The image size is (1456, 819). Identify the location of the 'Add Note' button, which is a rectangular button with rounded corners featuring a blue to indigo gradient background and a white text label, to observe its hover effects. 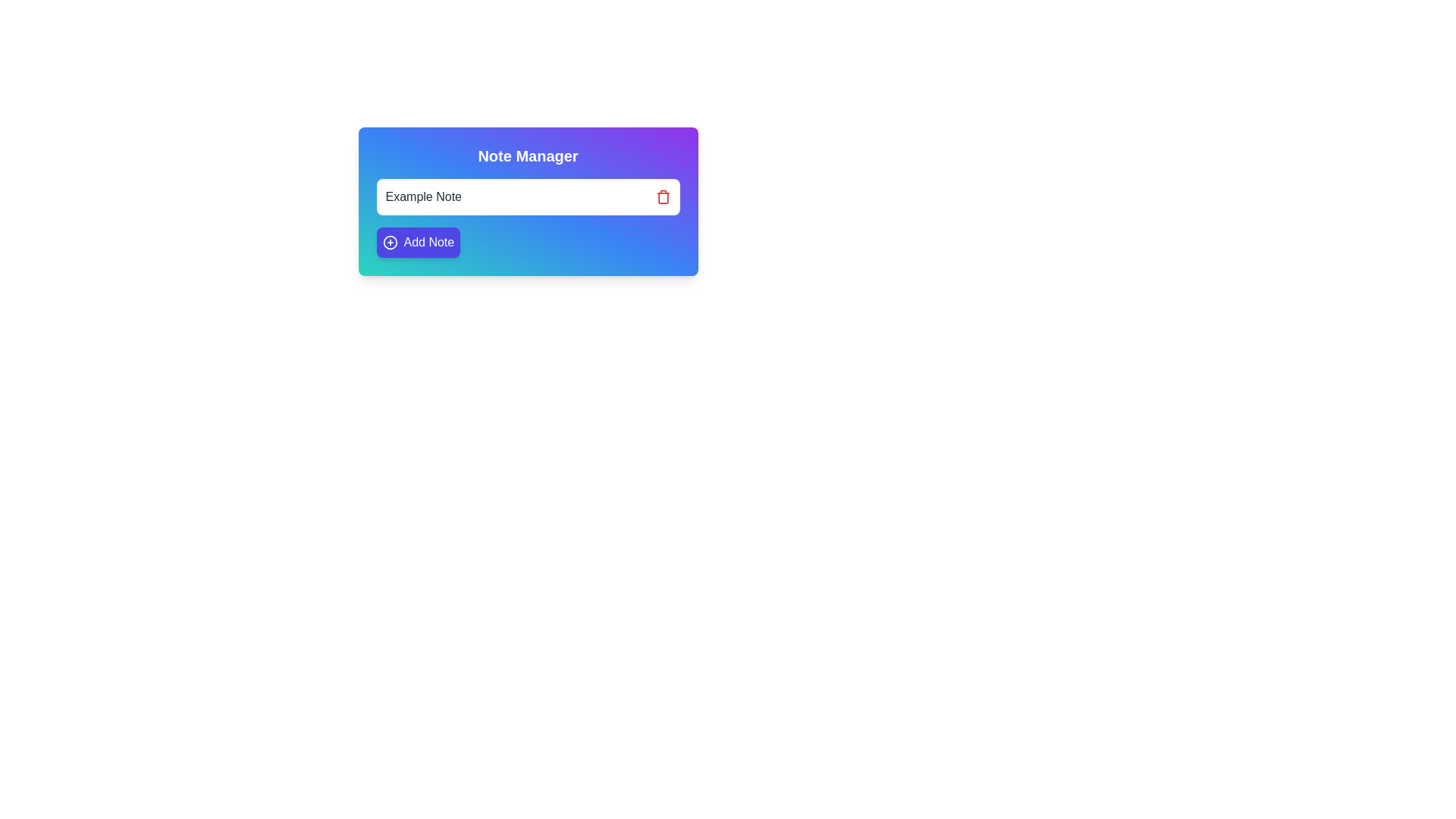
(418, 242).